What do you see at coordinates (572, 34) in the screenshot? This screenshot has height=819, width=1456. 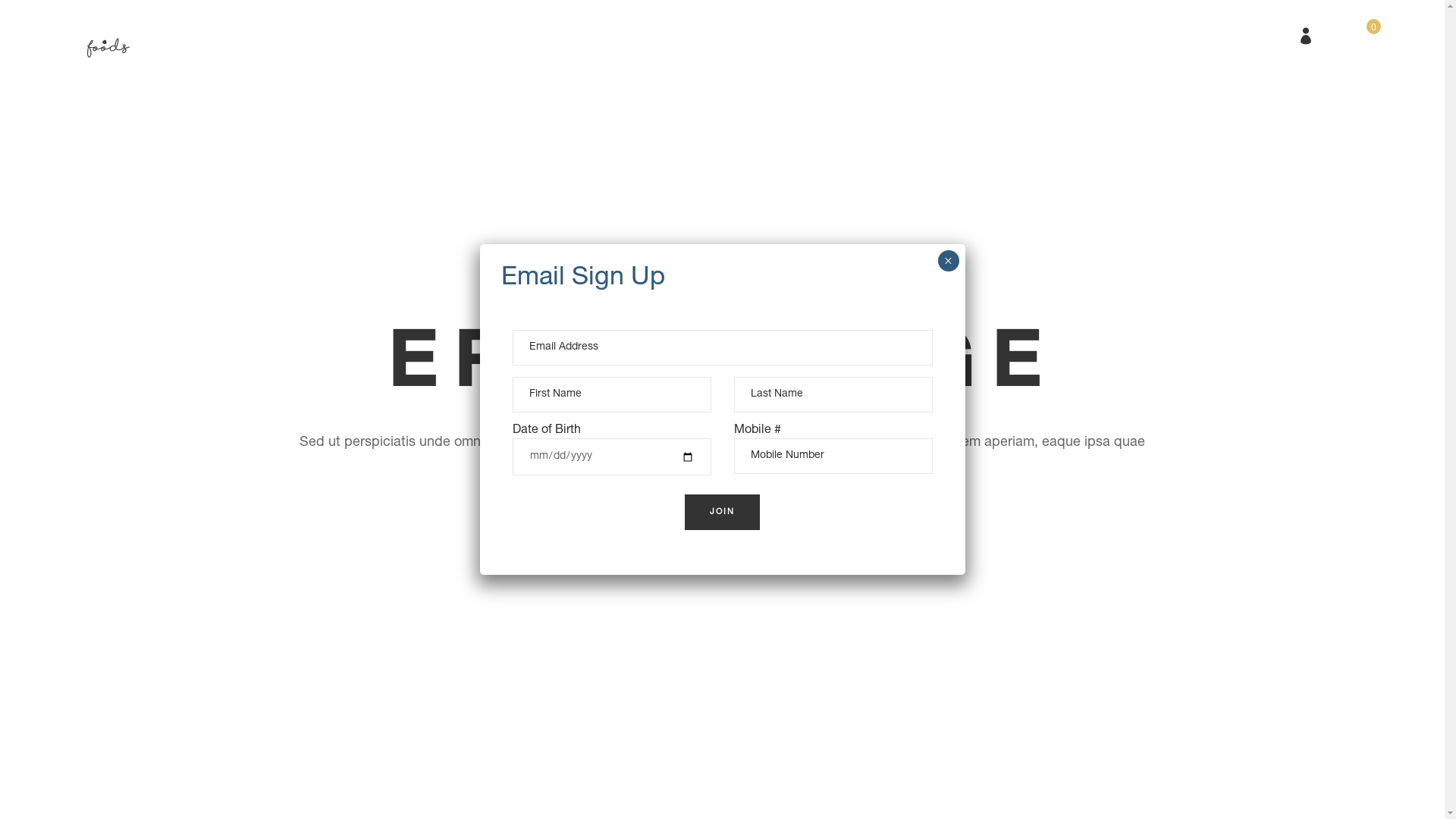 I see `'CHRISTMAS MENU'` at bounding box center [572, 34].